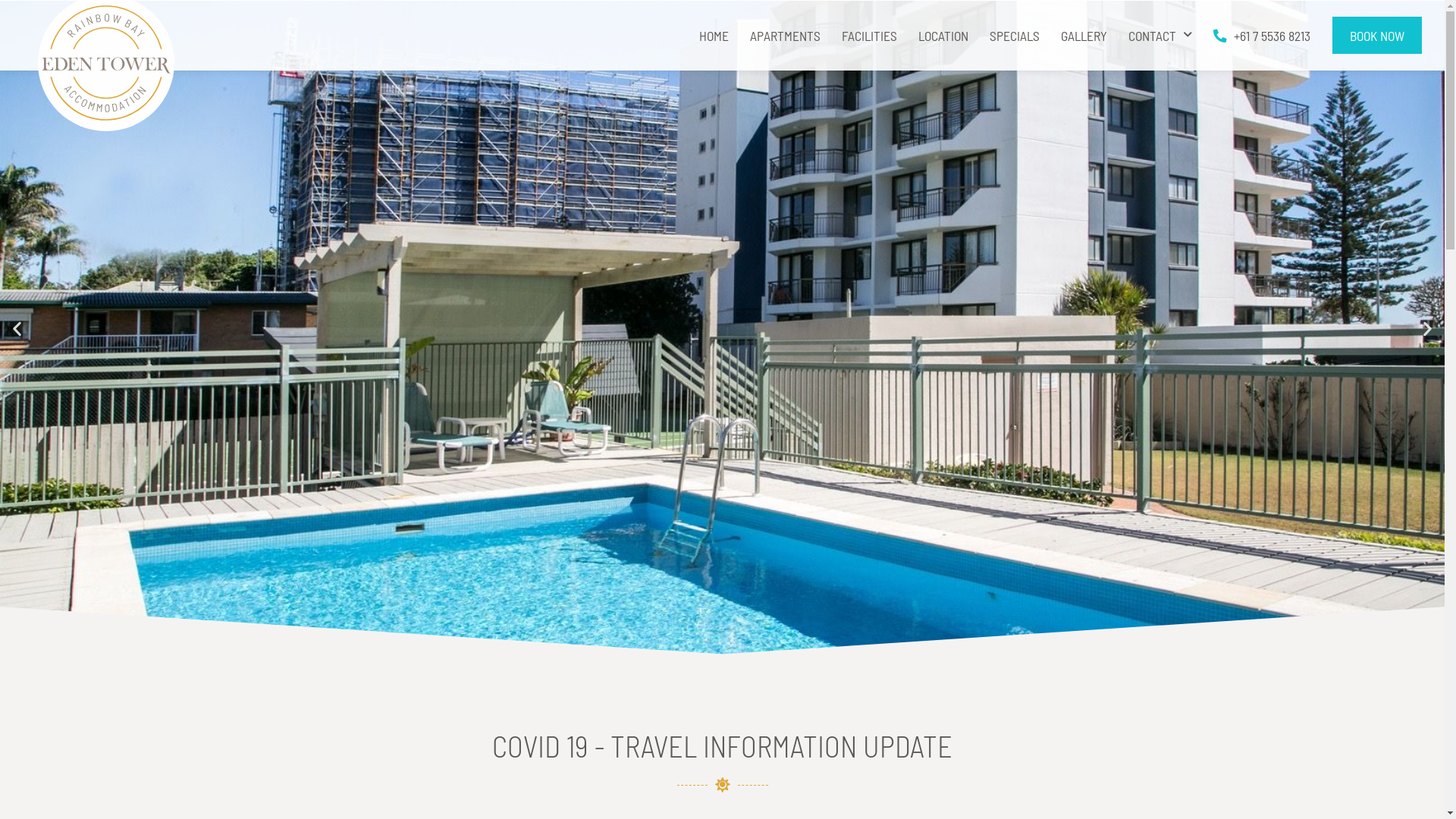  I want to click on 'GALLERY', so click(1083, 34).